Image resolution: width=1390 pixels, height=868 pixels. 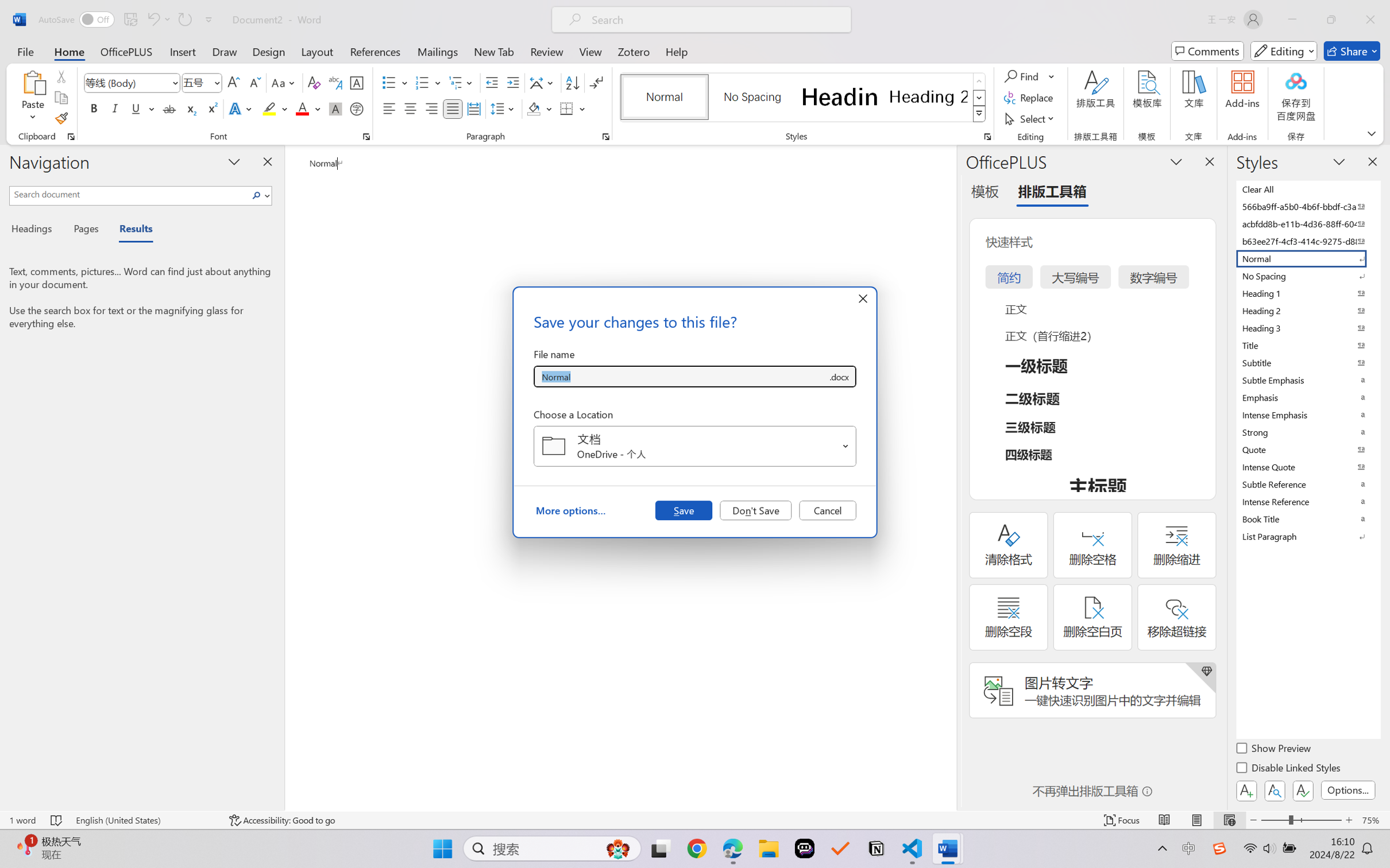 I want to click on 'No Spacing', so click(x=1307, y=275).